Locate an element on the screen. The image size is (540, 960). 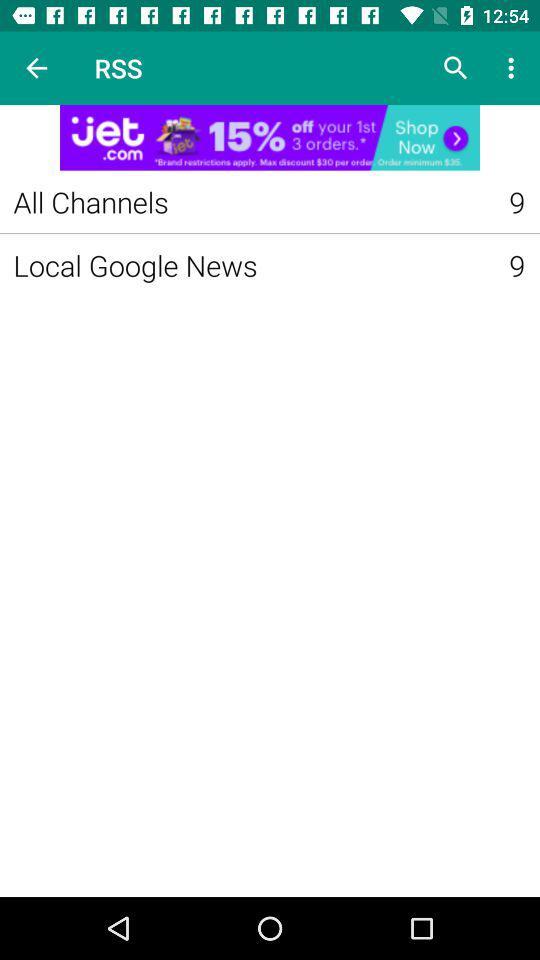
advertainment is located at coordinates (270, 136).